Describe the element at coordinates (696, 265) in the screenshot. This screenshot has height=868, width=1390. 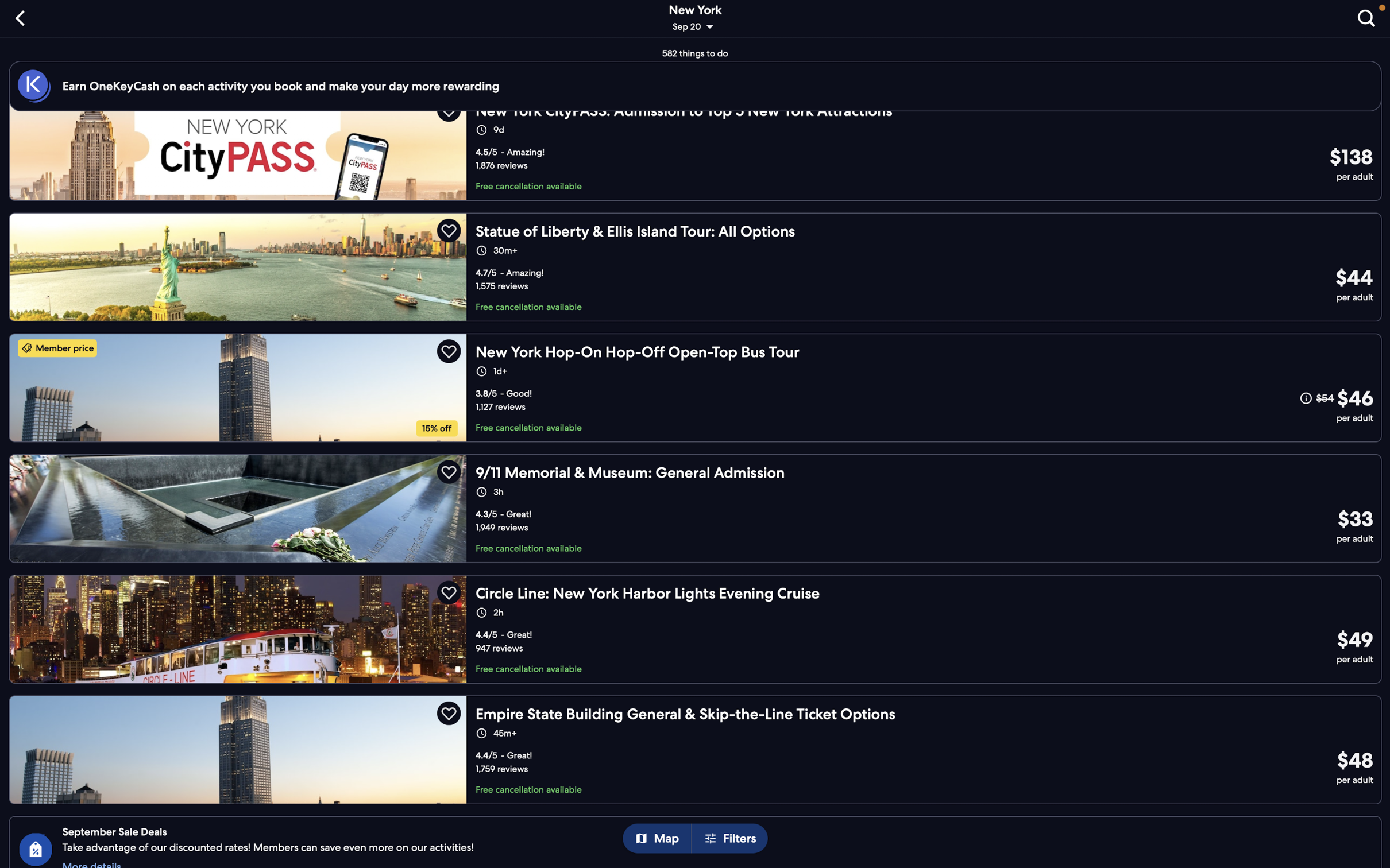
I see `Add "statue of liberty tour" to your travel plans` at that location.